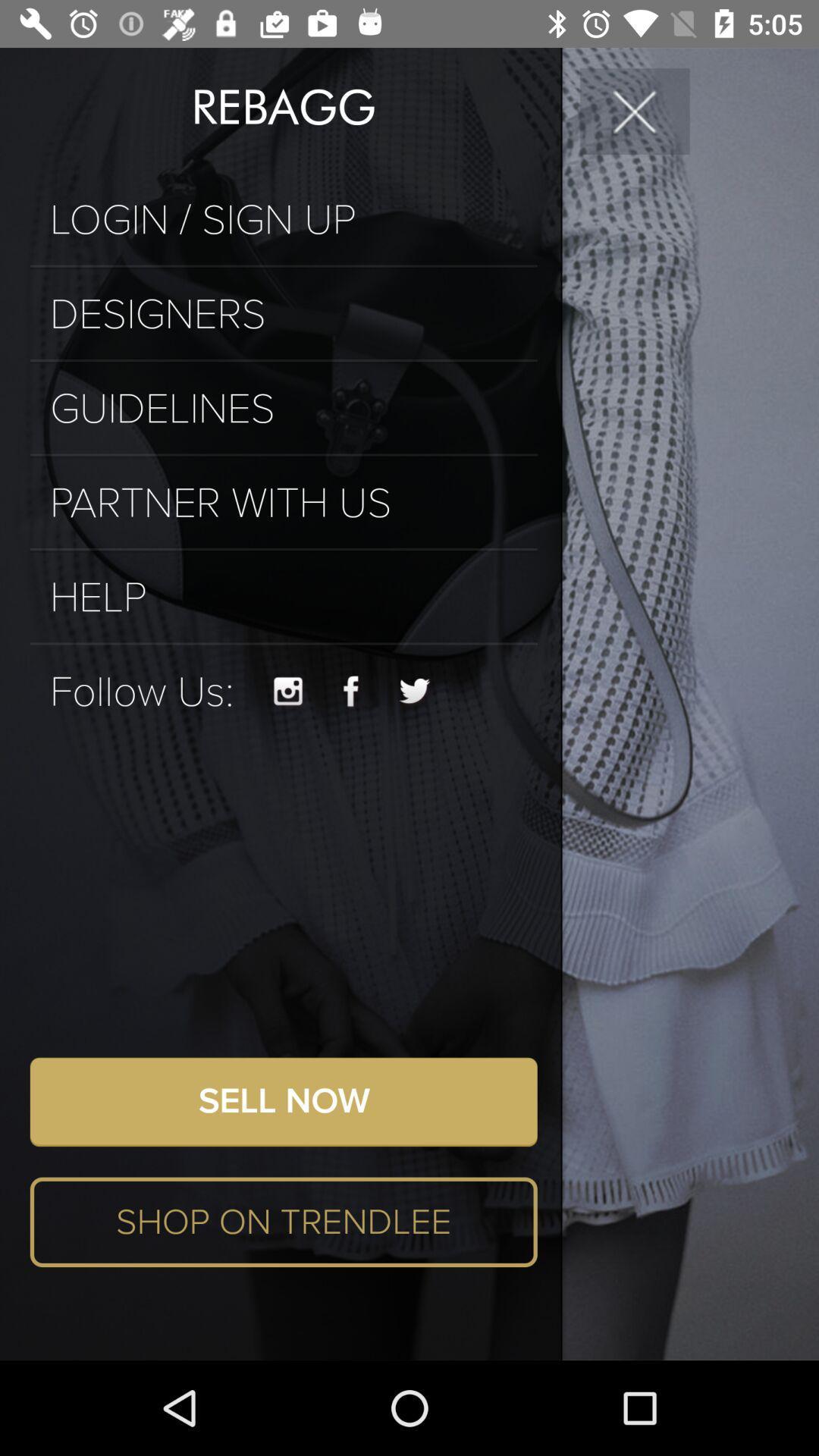 The width and height of the screenshot is (819, 1456). I want to click on the item below help item, so click(284, 644).